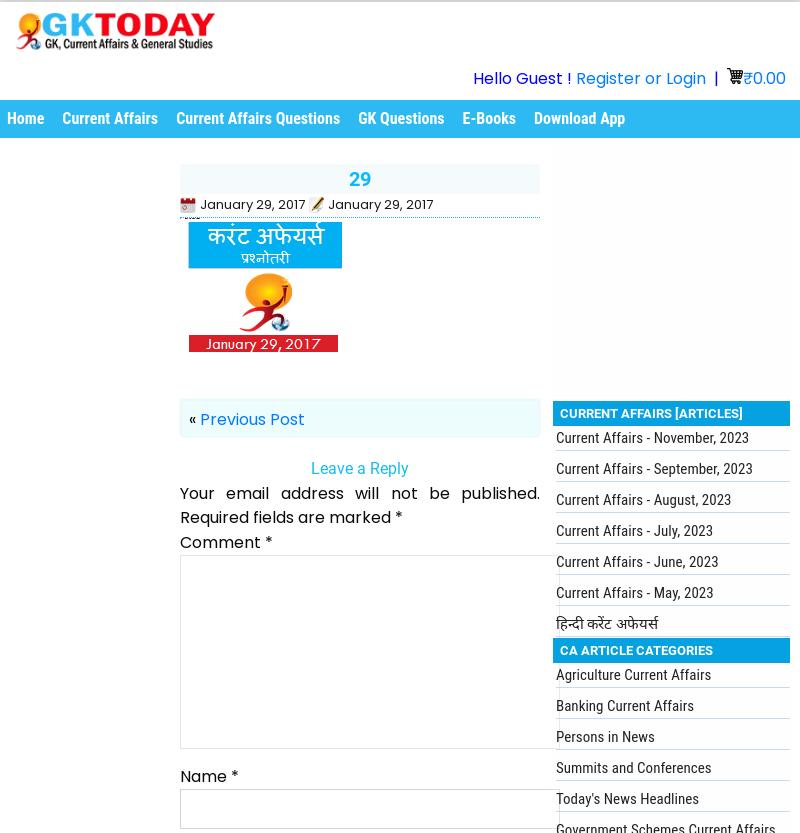  Describe the element at coordinates (753, 77) in the screenshot. I see `'0.00'` at that location.